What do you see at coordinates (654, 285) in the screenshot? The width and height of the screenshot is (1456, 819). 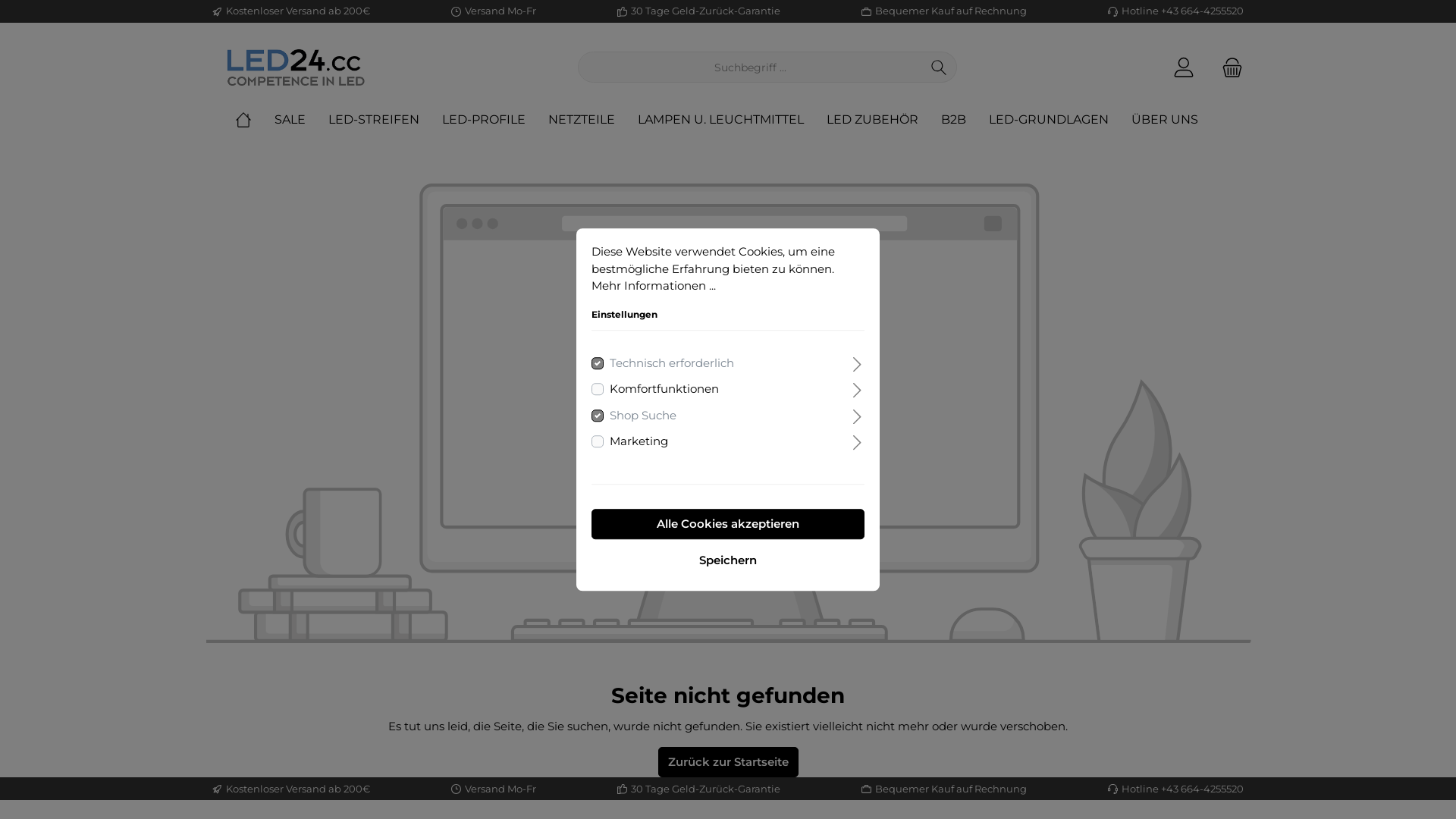 I see `'Mehr Informationen ...'` at bounding box center [654, 285].